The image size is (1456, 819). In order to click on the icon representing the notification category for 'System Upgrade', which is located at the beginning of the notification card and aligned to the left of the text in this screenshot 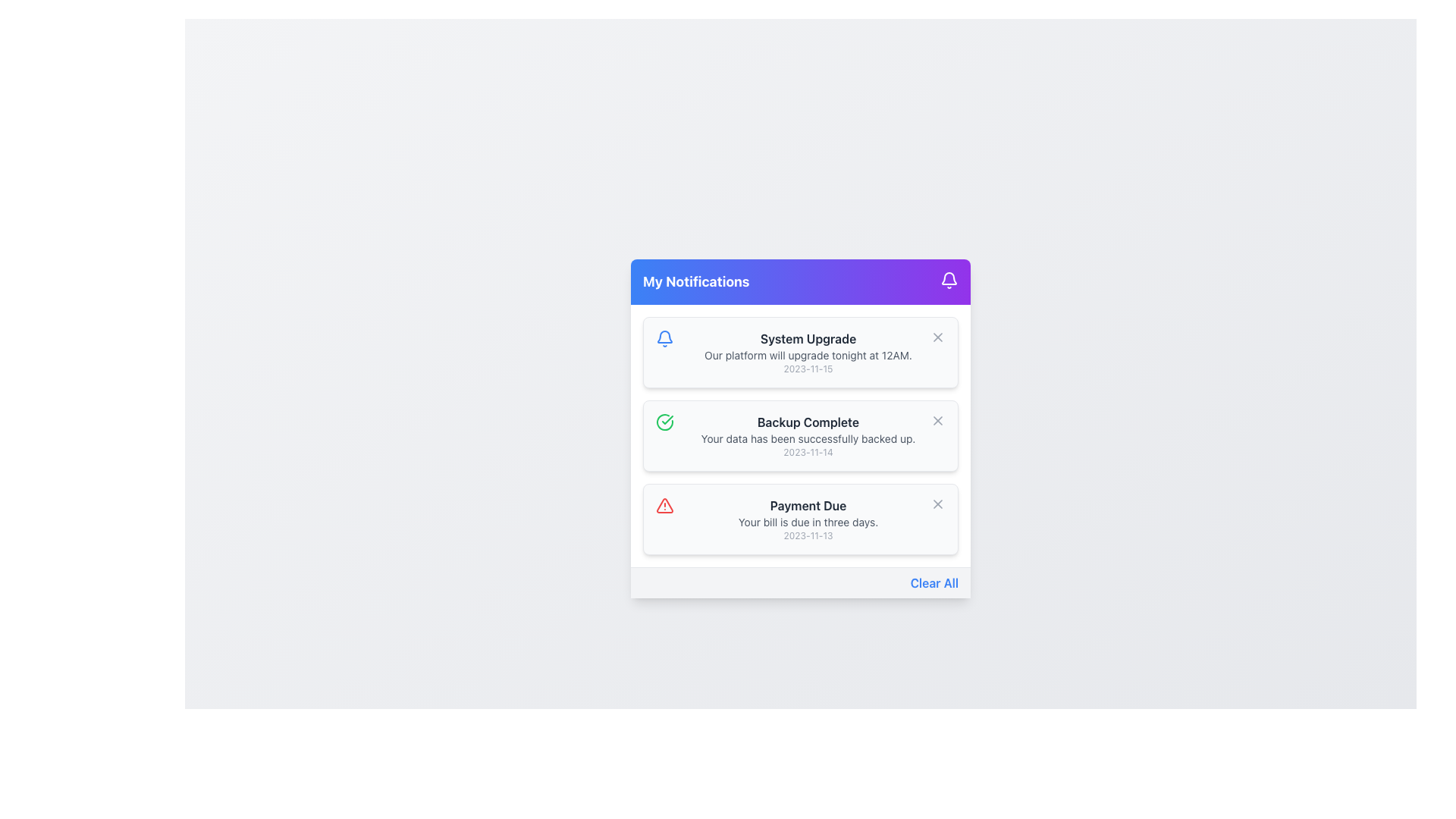, I will do `click(665, 337)`.